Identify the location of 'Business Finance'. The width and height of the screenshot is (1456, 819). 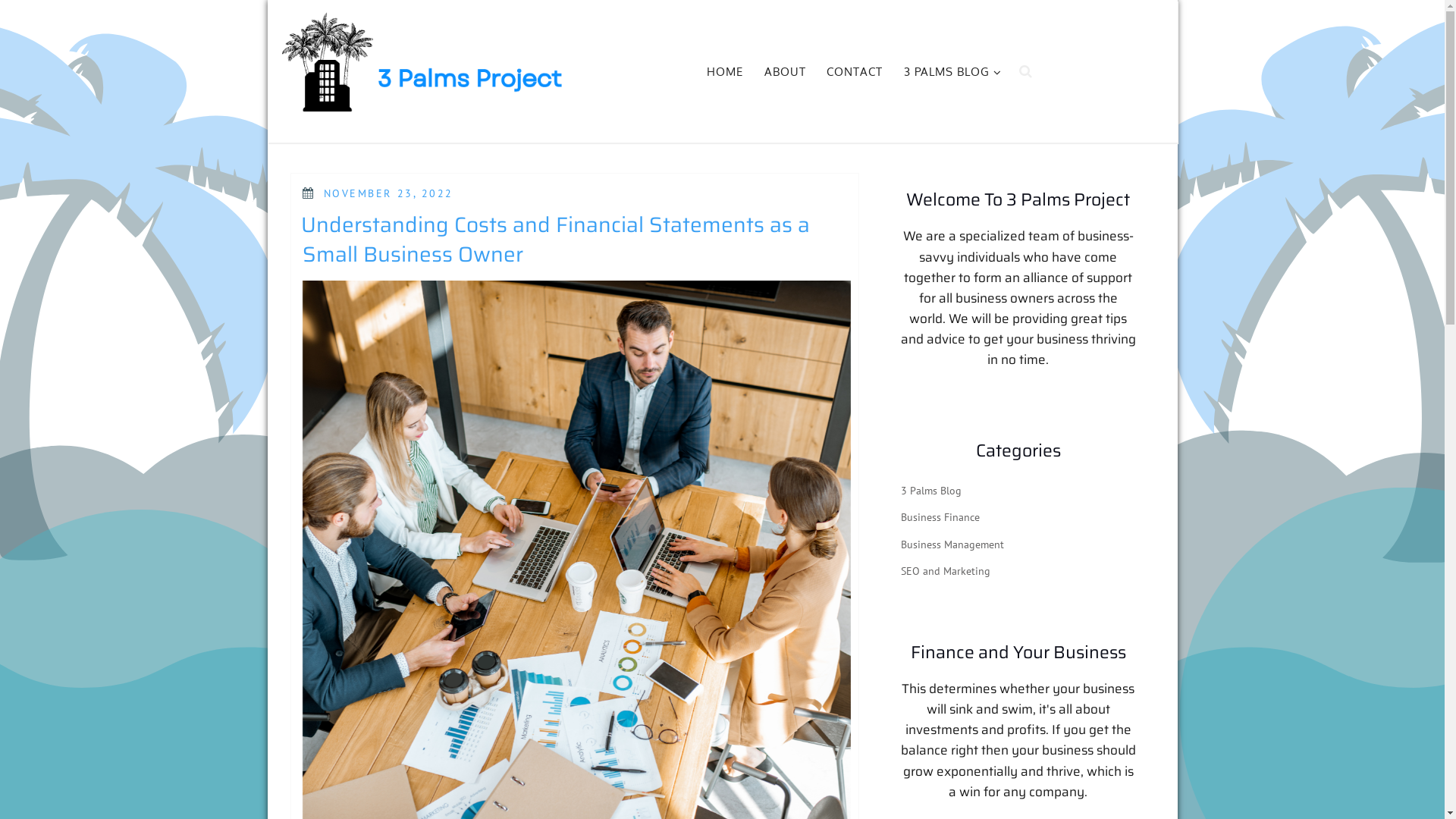
(939, 516).